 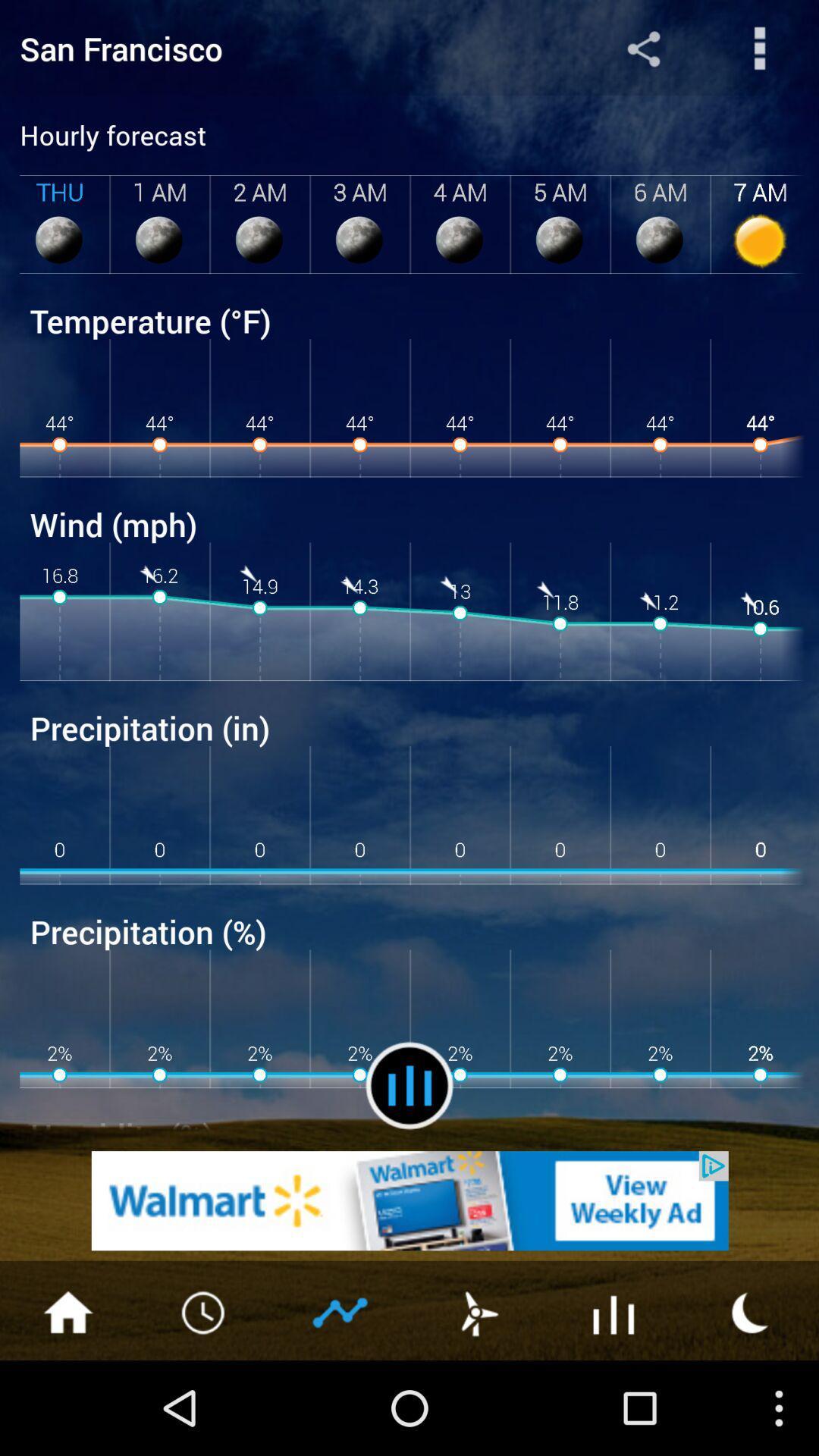 I want to click on go walmart home page, so click(x=409, y=1200).